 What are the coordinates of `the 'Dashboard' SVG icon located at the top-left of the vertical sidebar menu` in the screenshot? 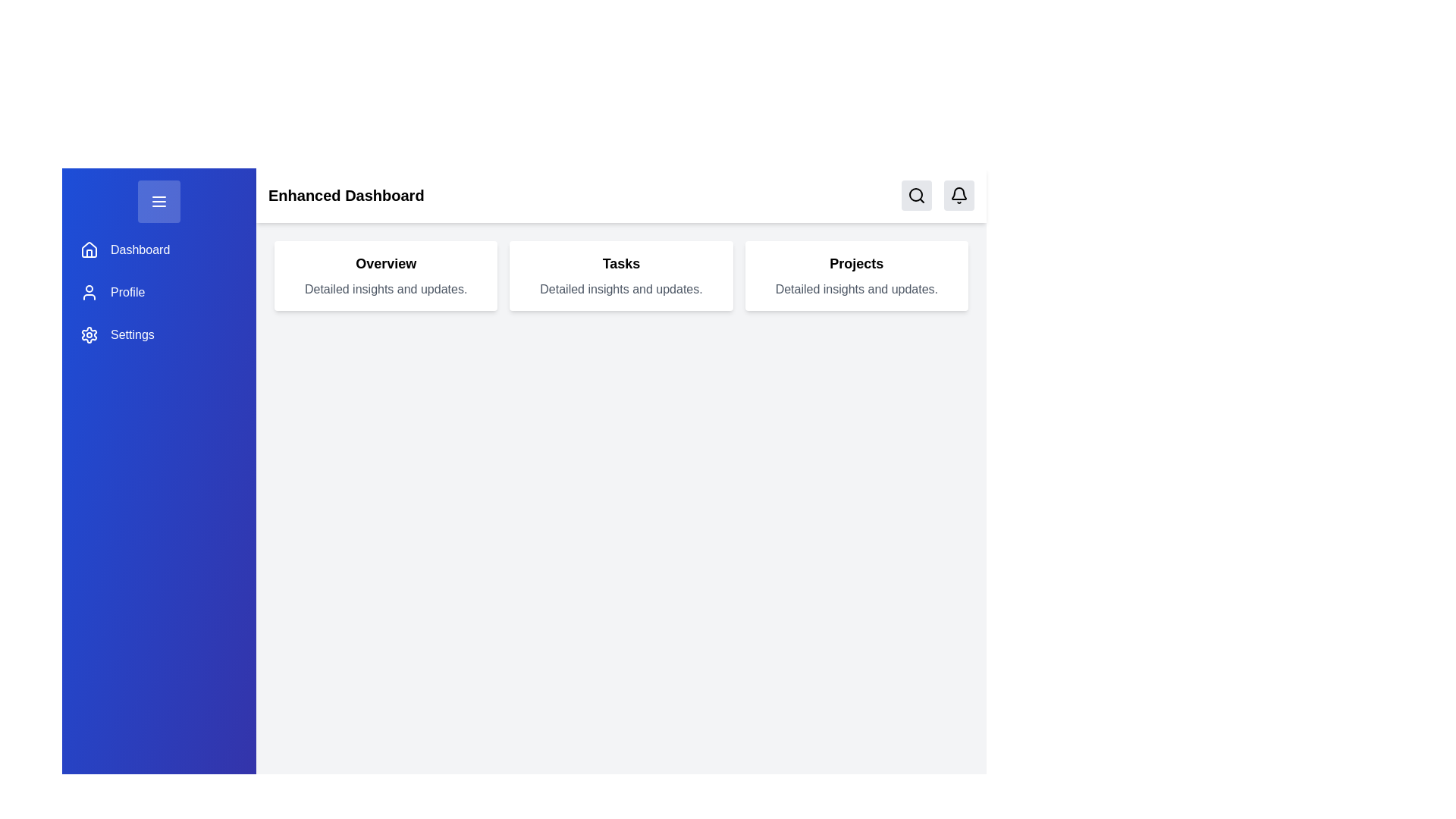 It's located at (89, 248).